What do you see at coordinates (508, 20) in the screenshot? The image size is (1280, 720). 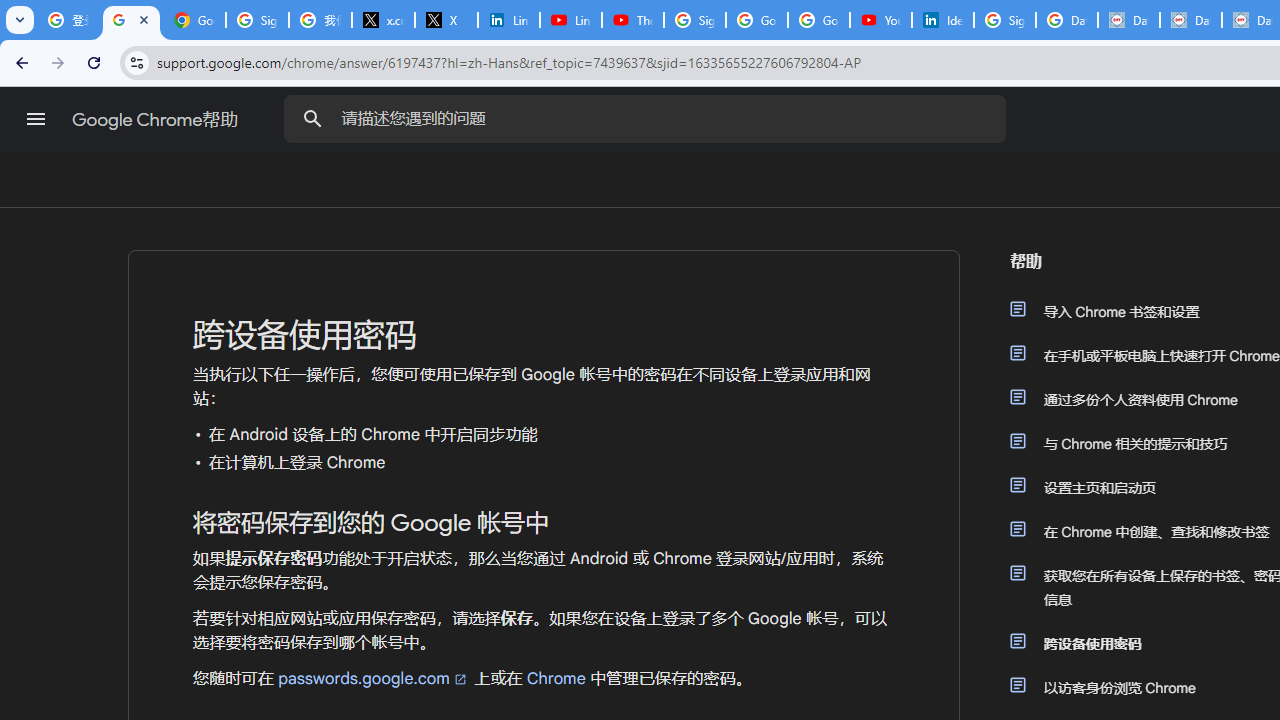 I see `'LinkedIn Privacy Policy'` at bounding box center [508, 20].